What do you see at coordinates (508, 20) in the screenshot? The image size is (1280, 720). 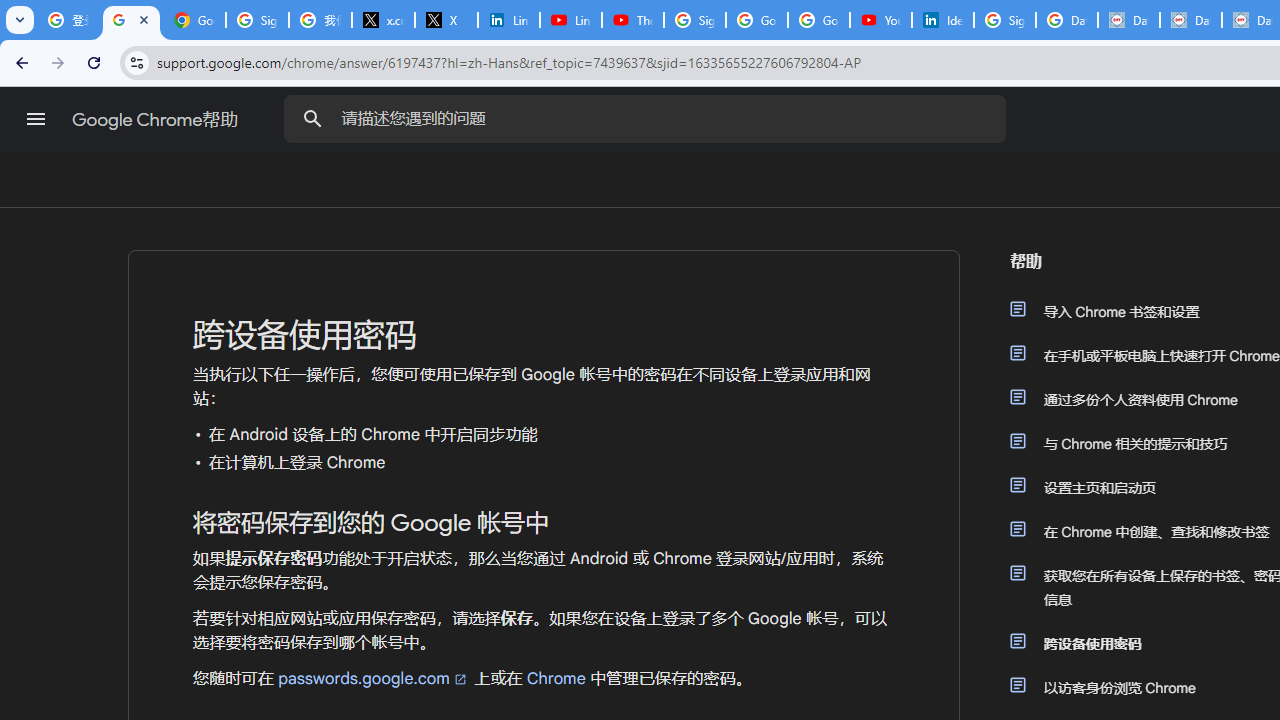 I see `'LinkedIn Privacy Policy'` at bounding box center [508, 20].